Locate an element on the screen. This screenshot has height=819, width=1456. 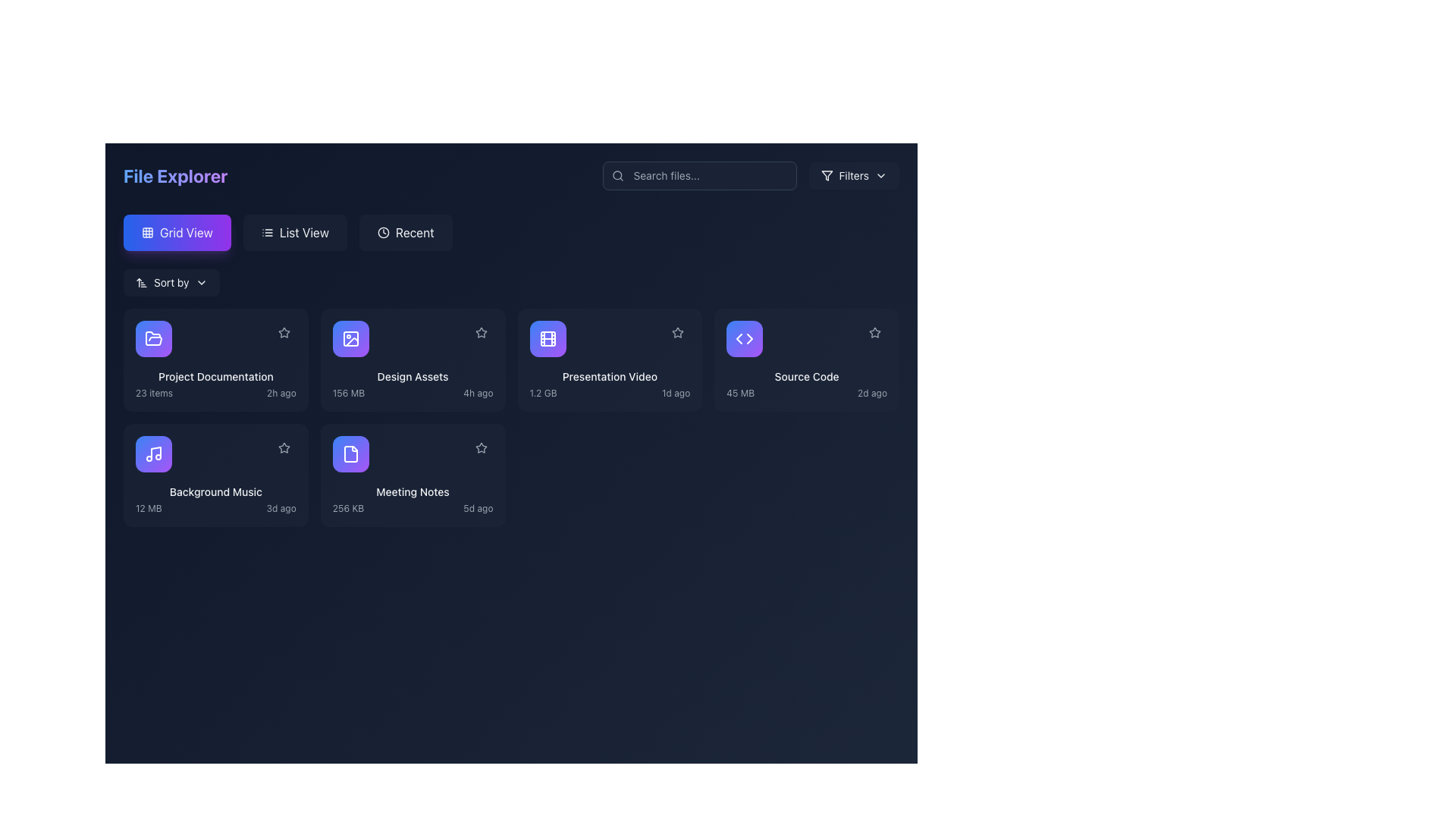
the star-shaped icon with a hollow middle, colored in light gray, located at the bottom-right corner of the card labeled 'Background Music' is located at coordinates (284, 447).